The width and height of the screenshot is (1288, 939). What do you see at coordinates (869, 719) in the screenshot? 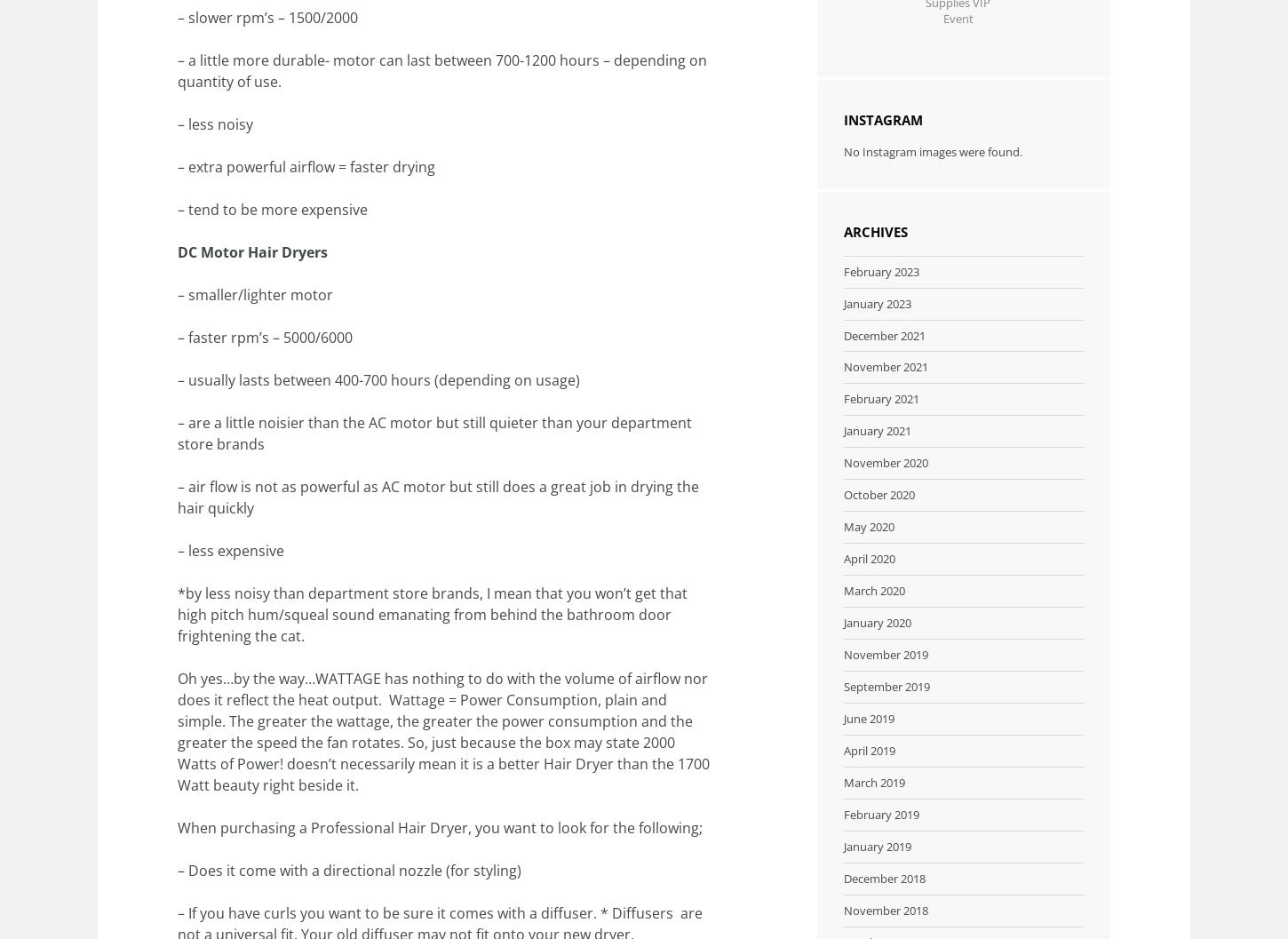
I see `'June 2019'` at bounding box center [869, 719].